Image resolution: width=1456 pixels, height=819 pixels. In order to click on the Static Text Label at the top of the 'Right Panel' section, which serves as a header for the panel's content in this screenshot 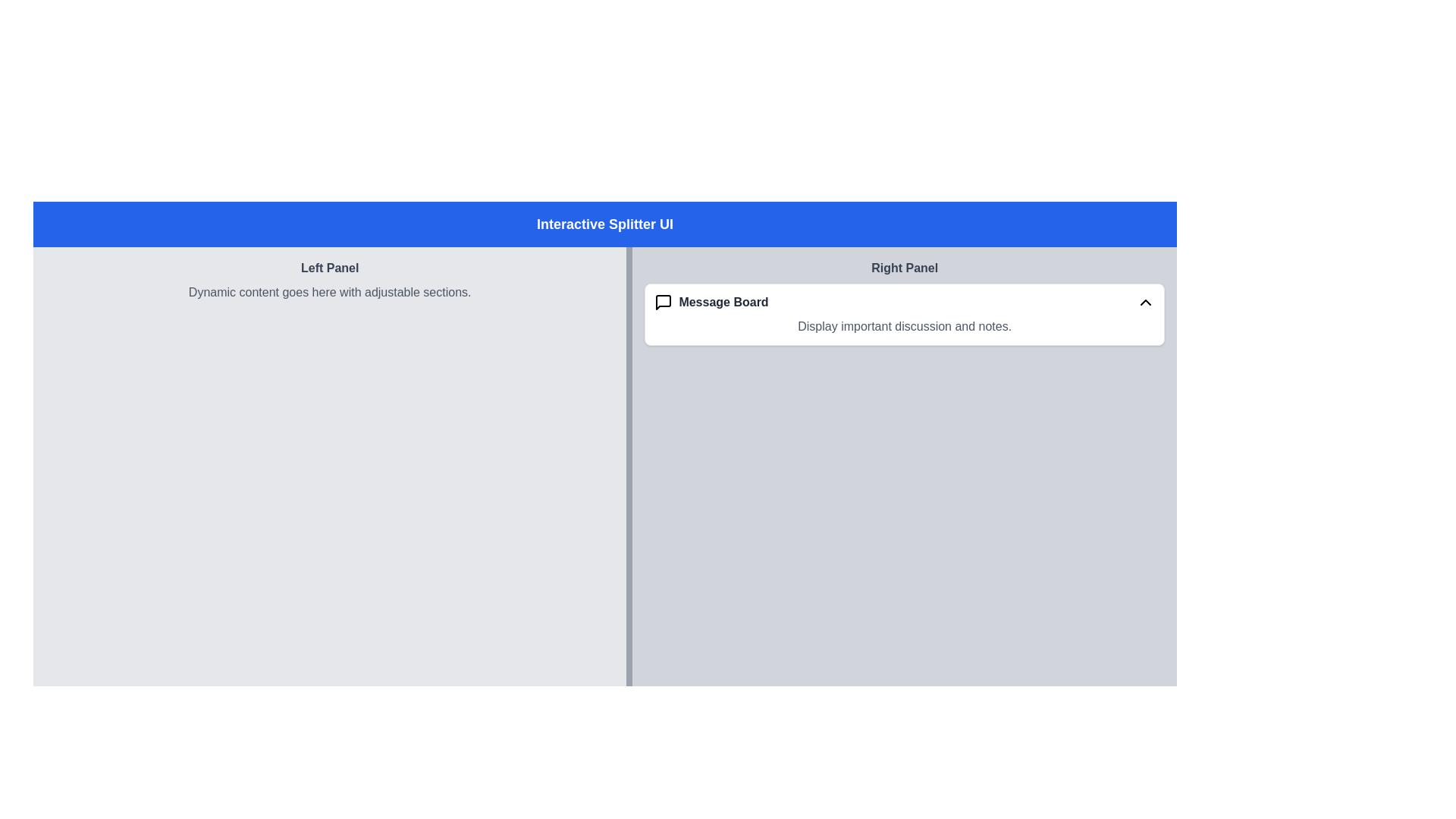, I will do `click(905, 268)`.